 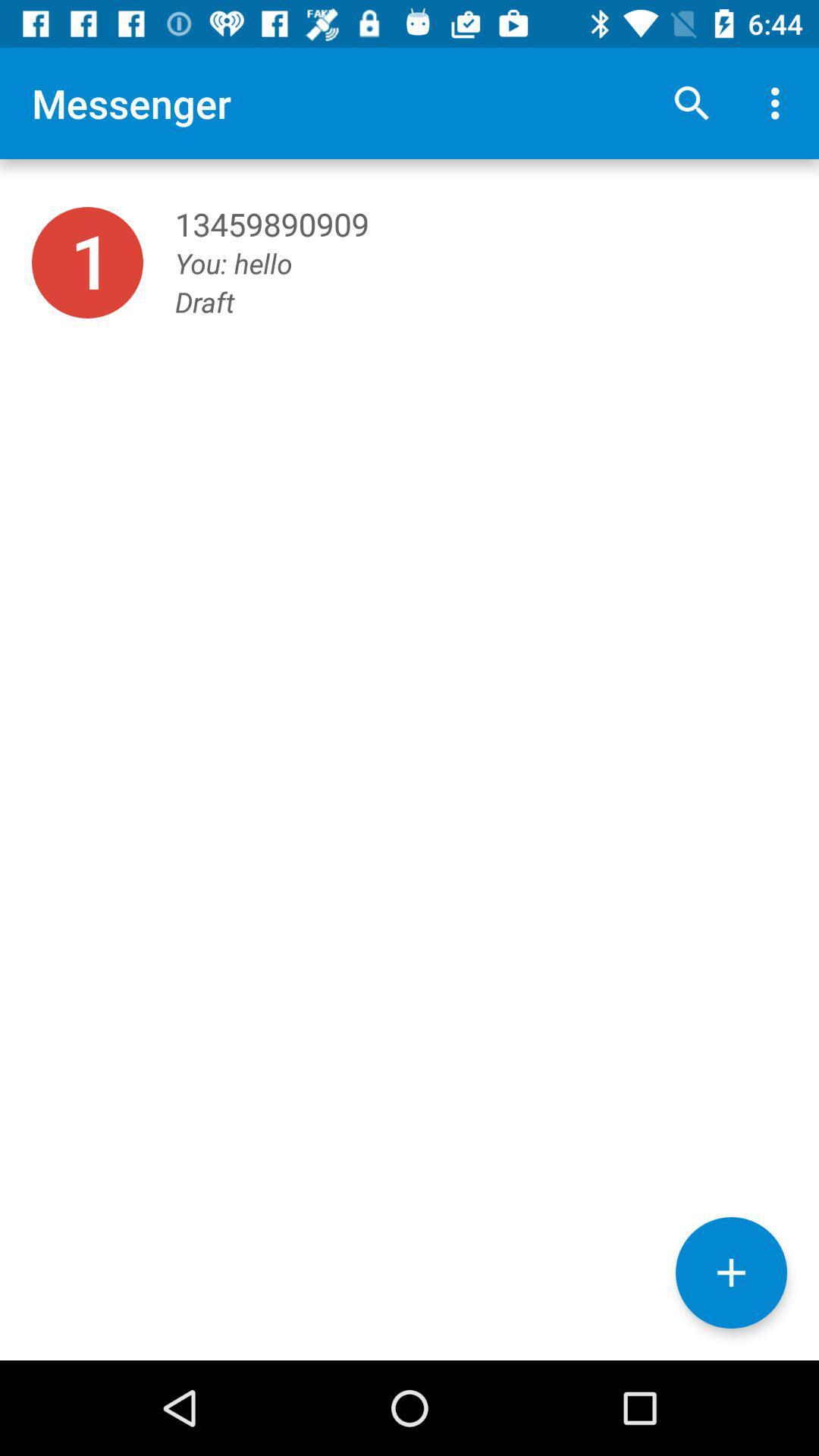 I want to click on the item above the you: hello, so click(x=691, y=102).